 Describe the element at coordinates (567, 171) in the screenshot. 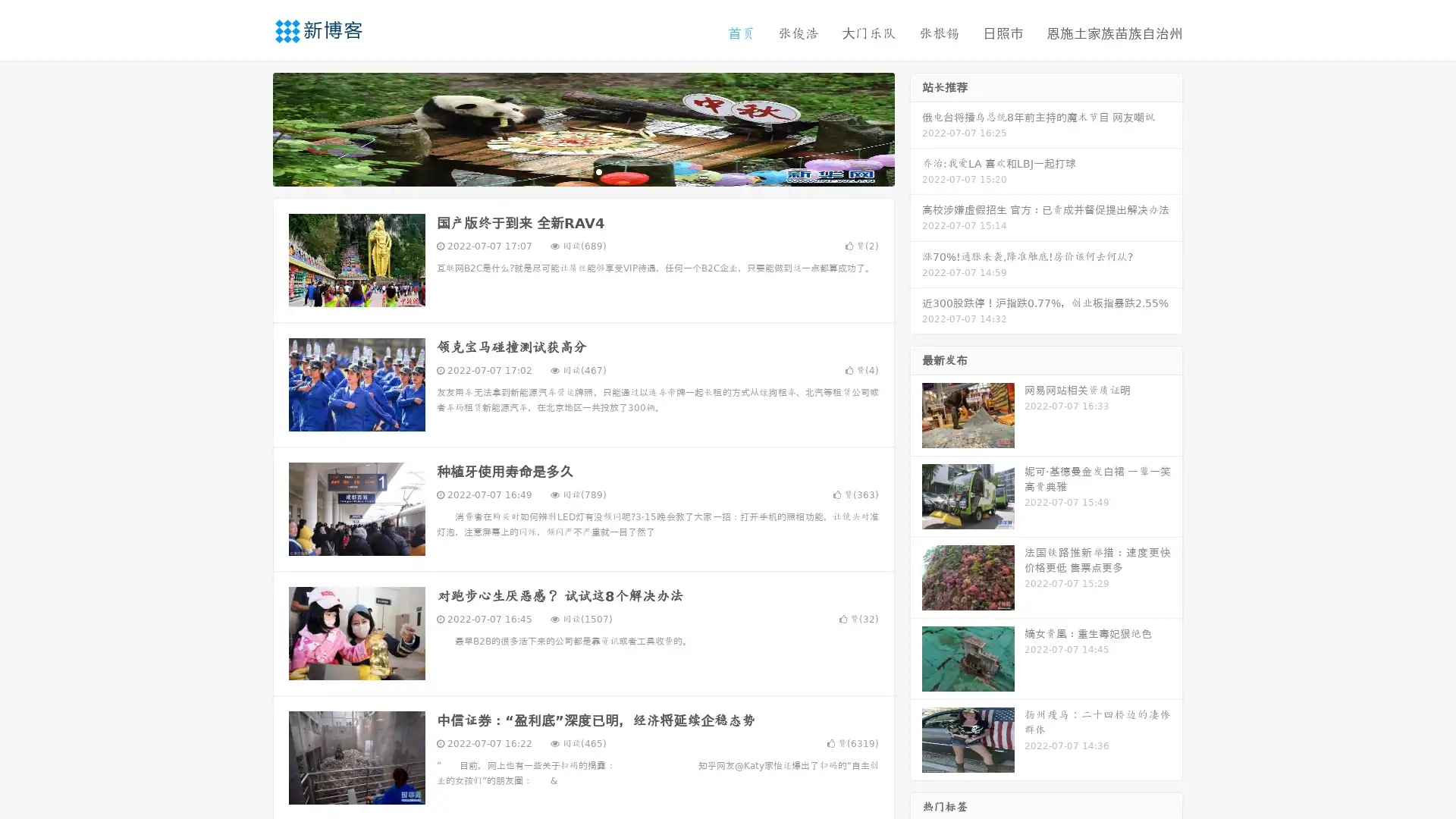

I see `Go to slide 1` at that location.